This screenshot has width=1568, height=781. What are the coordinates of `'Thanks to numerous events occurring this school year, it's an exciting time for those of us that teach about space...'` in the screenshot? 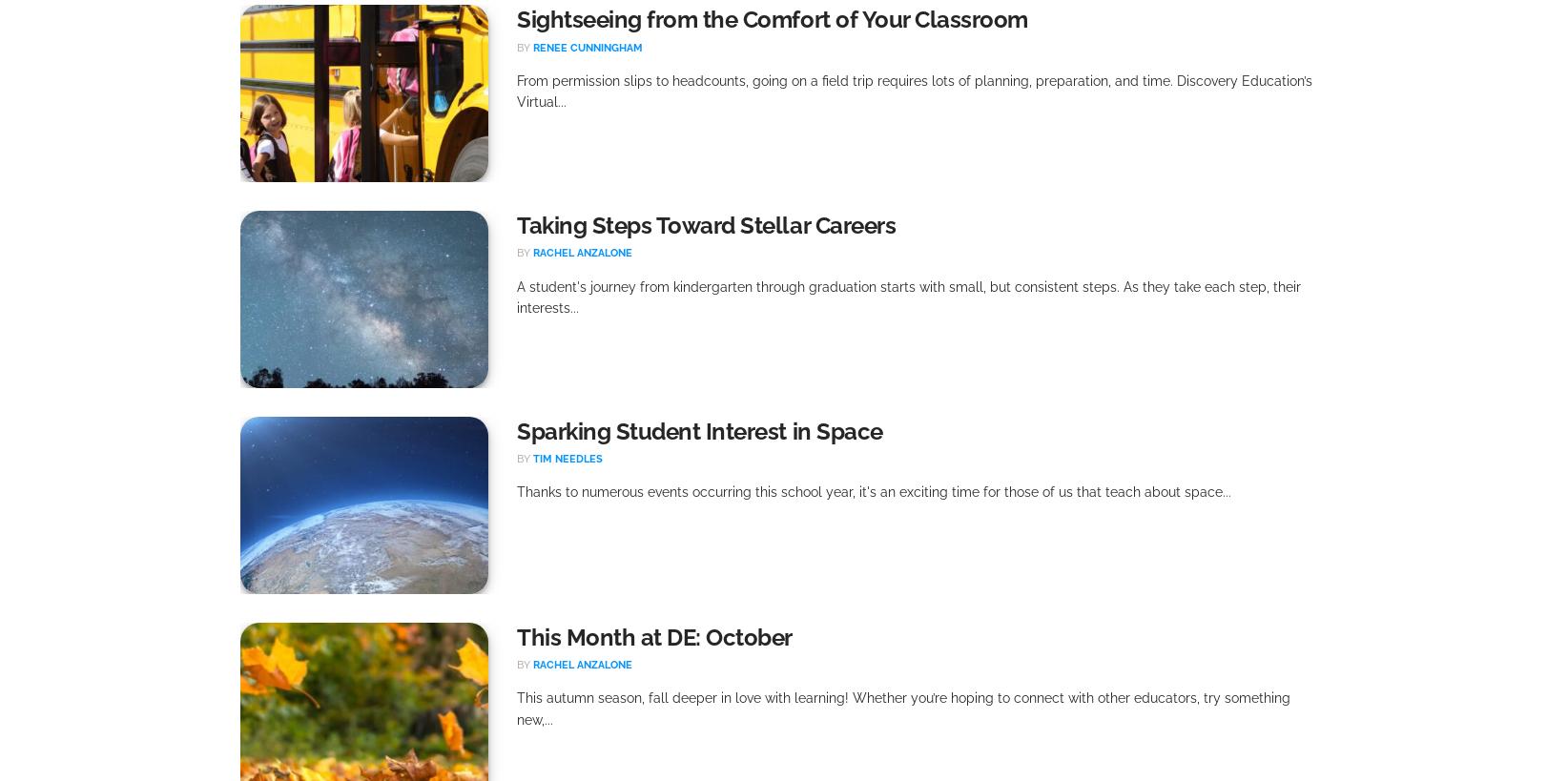 It's located at (874, 490).